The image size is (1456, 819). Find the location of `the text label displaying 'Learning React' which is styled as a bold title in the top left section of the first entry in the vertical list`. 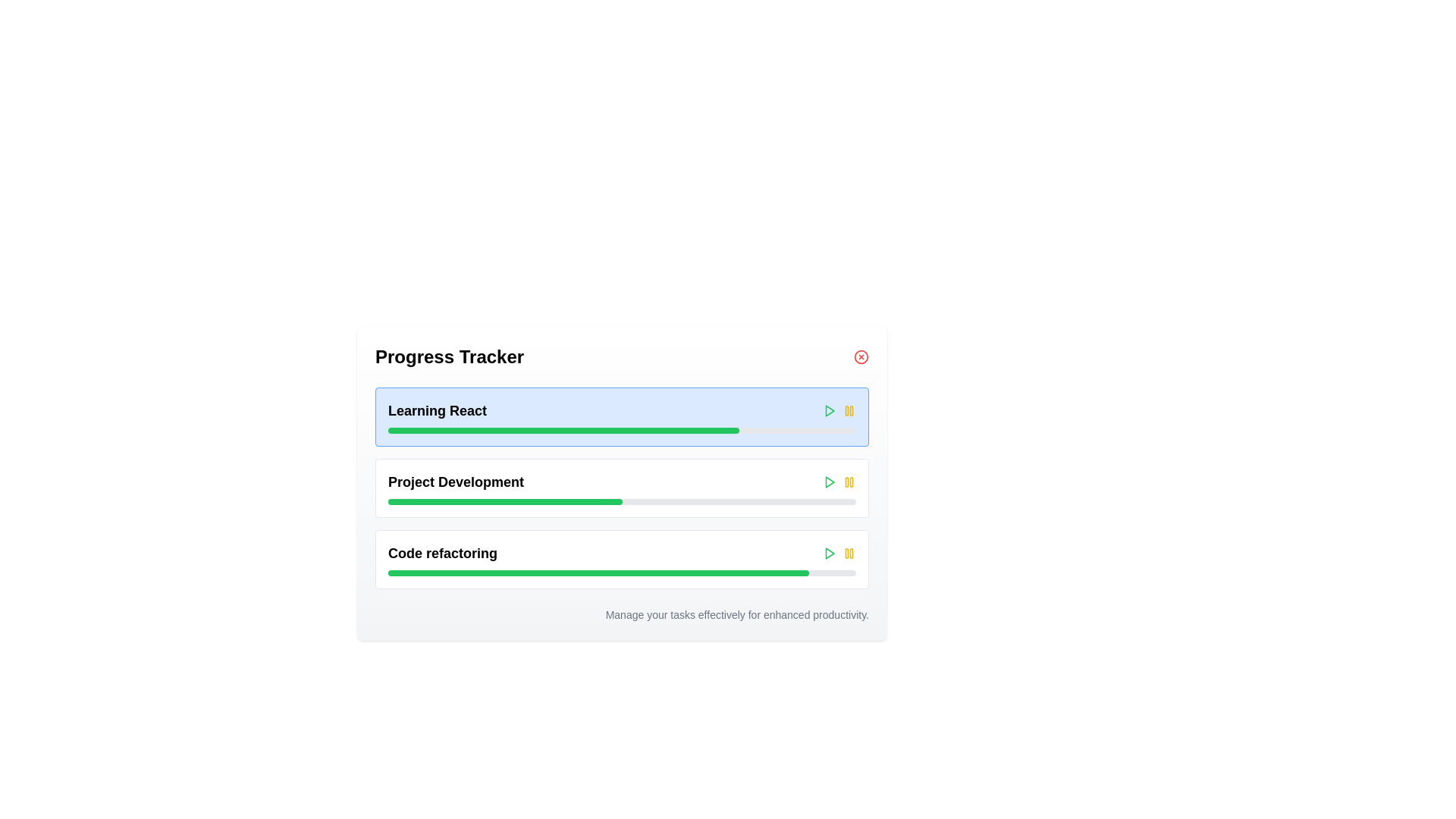

the text label displaying 'Learning React' which is styled as a bold title in the top left section of the first entry in the vertical list is located at coordinates (436, 411).